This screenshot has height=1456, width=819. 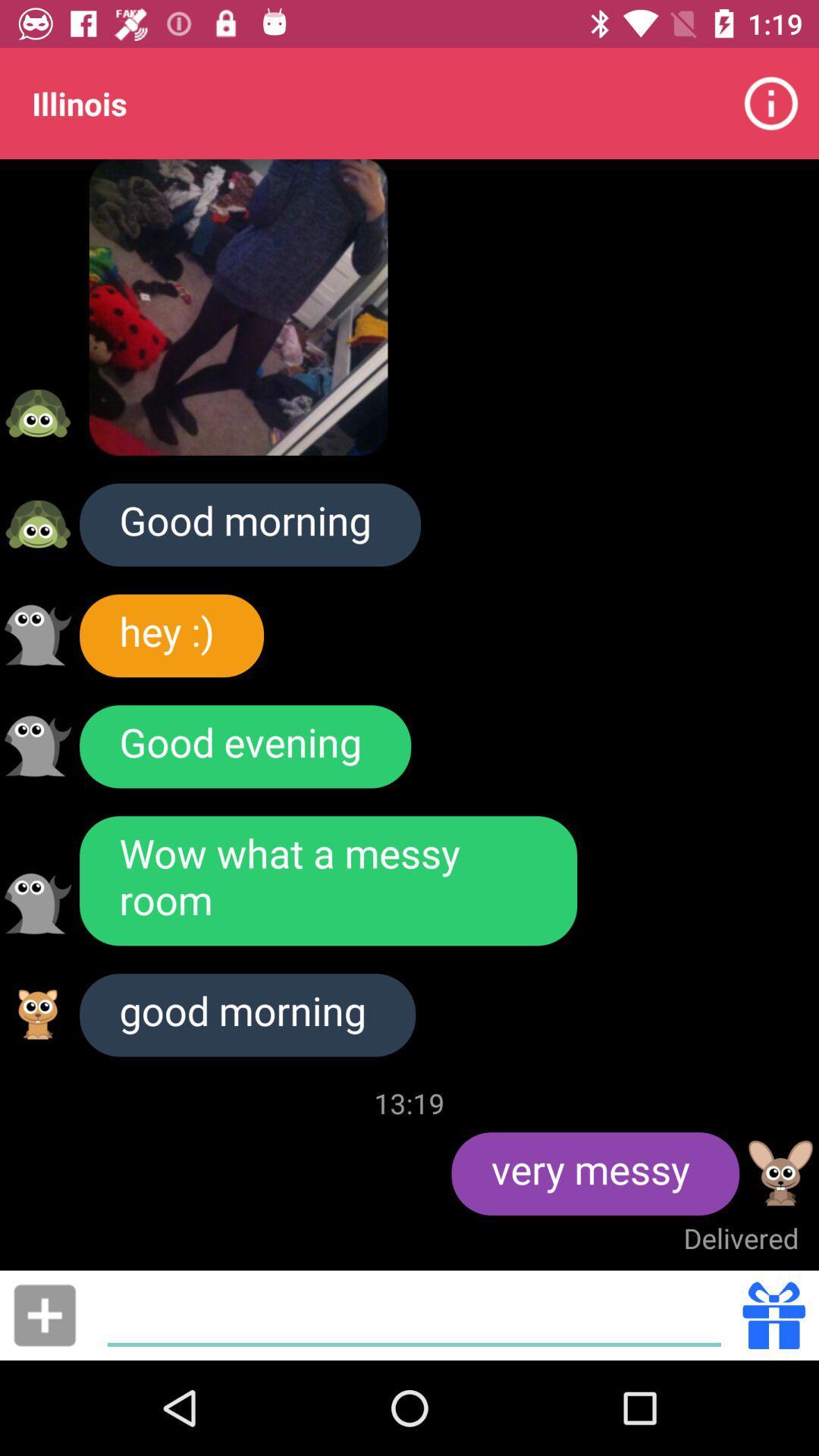 I want to click on type text here, so click(x=414, y=1314).